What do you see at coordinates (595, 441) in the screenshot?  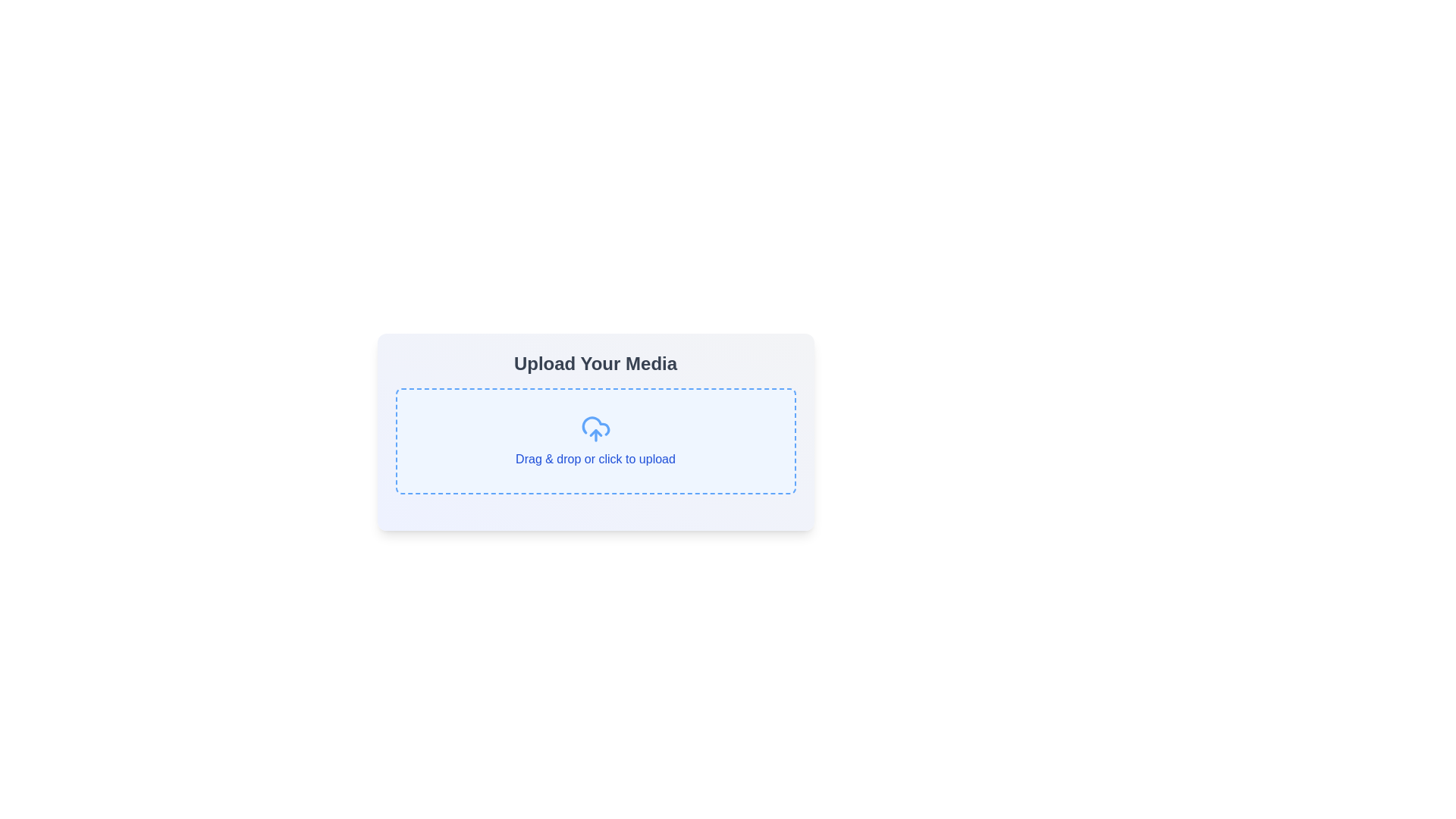 I see `and drop files into the blue-bordered file upload area with dashed lines and a light blue background, which contains a cloud upload icon and the text 'Drag & drop or click` at bounding box center [595, 441].